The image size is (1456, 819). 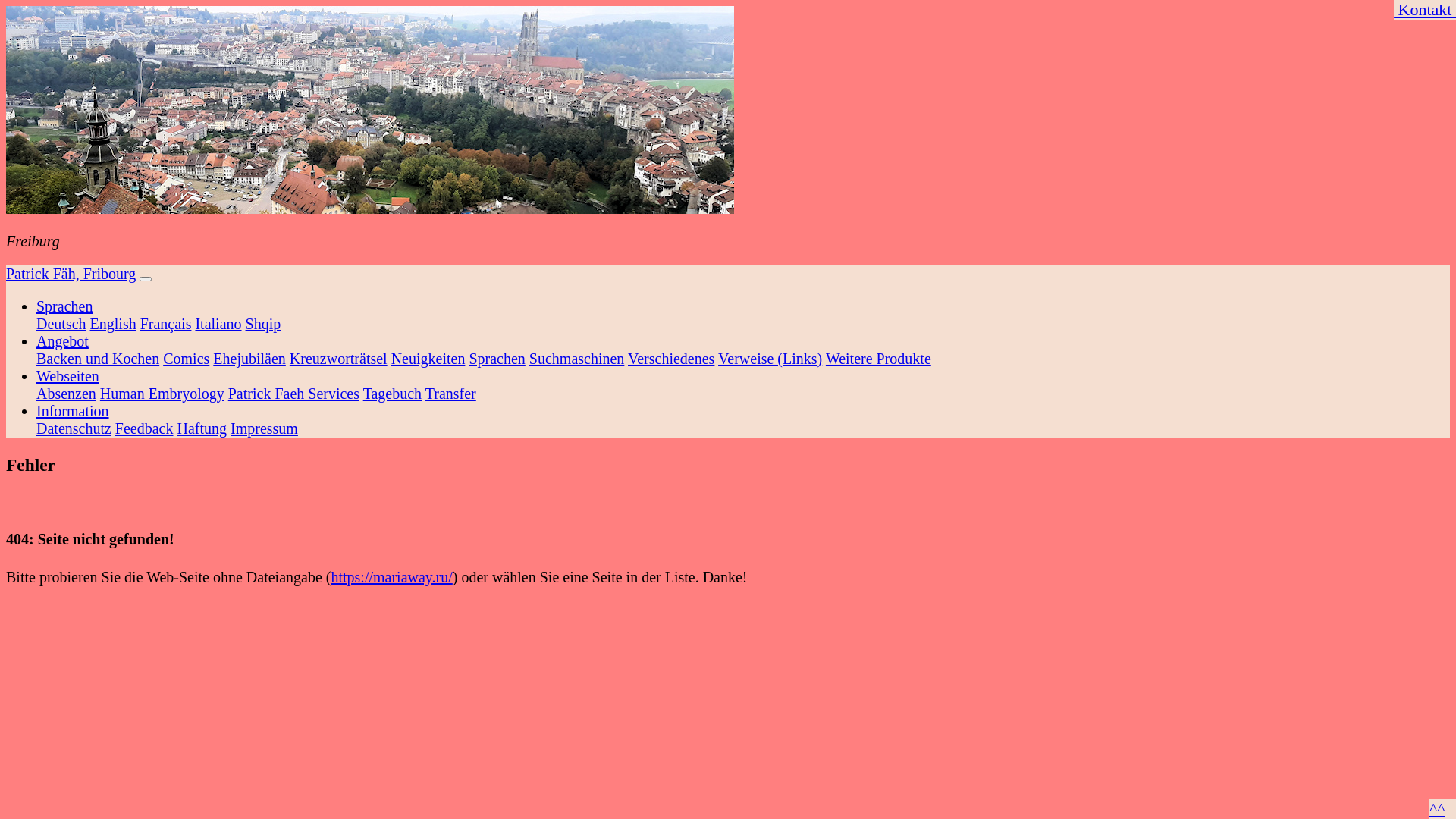 What do you see at coordinates (670, 359) in the screenshot?
I see `'Verschiedenes'` at bounding box center [670, 359].